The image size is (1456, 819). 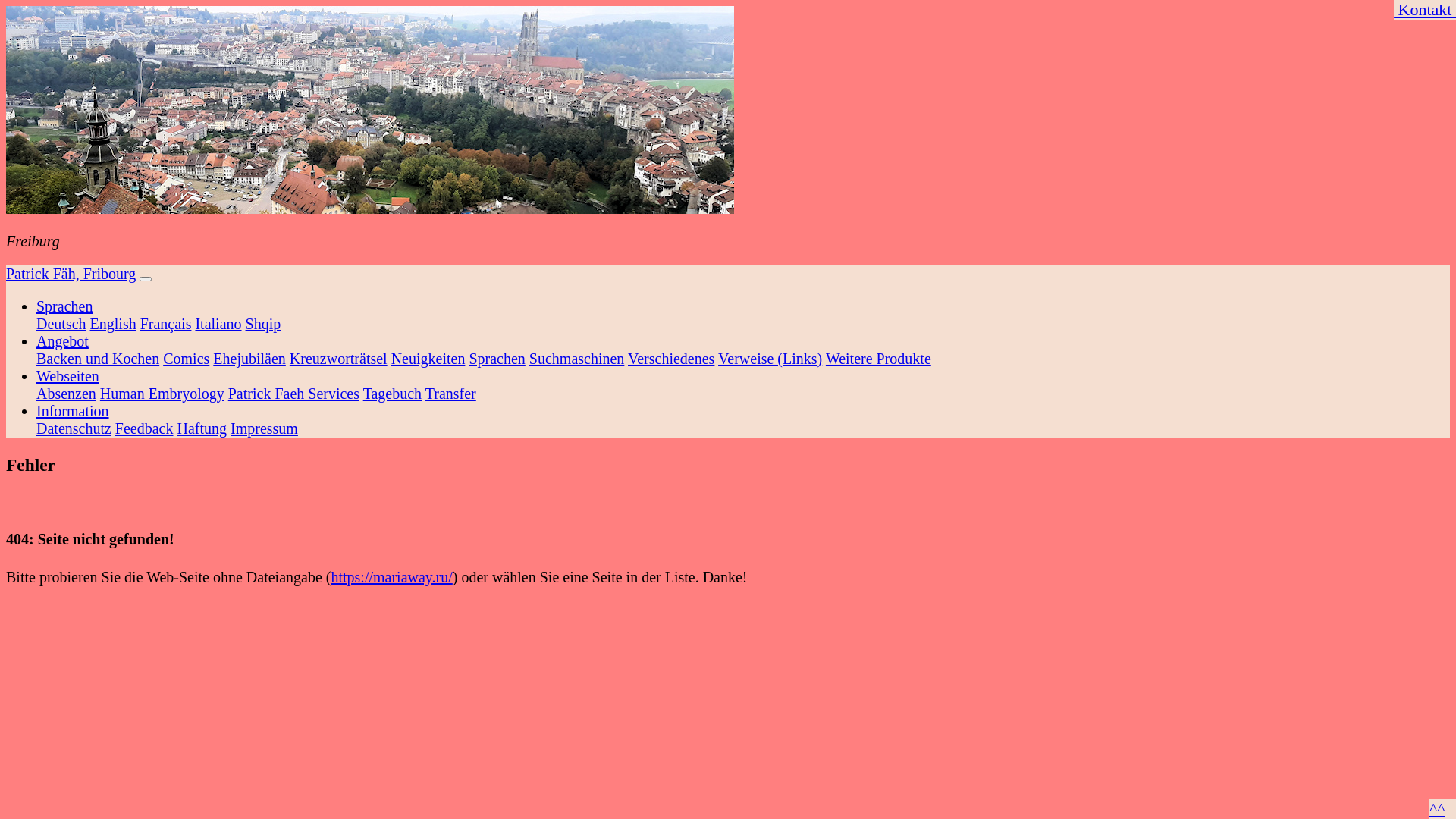 What do you see at coordinates (670, 359) in the screenshot?
I see `'Verschiedenes'` at bounding box center [670, 359].